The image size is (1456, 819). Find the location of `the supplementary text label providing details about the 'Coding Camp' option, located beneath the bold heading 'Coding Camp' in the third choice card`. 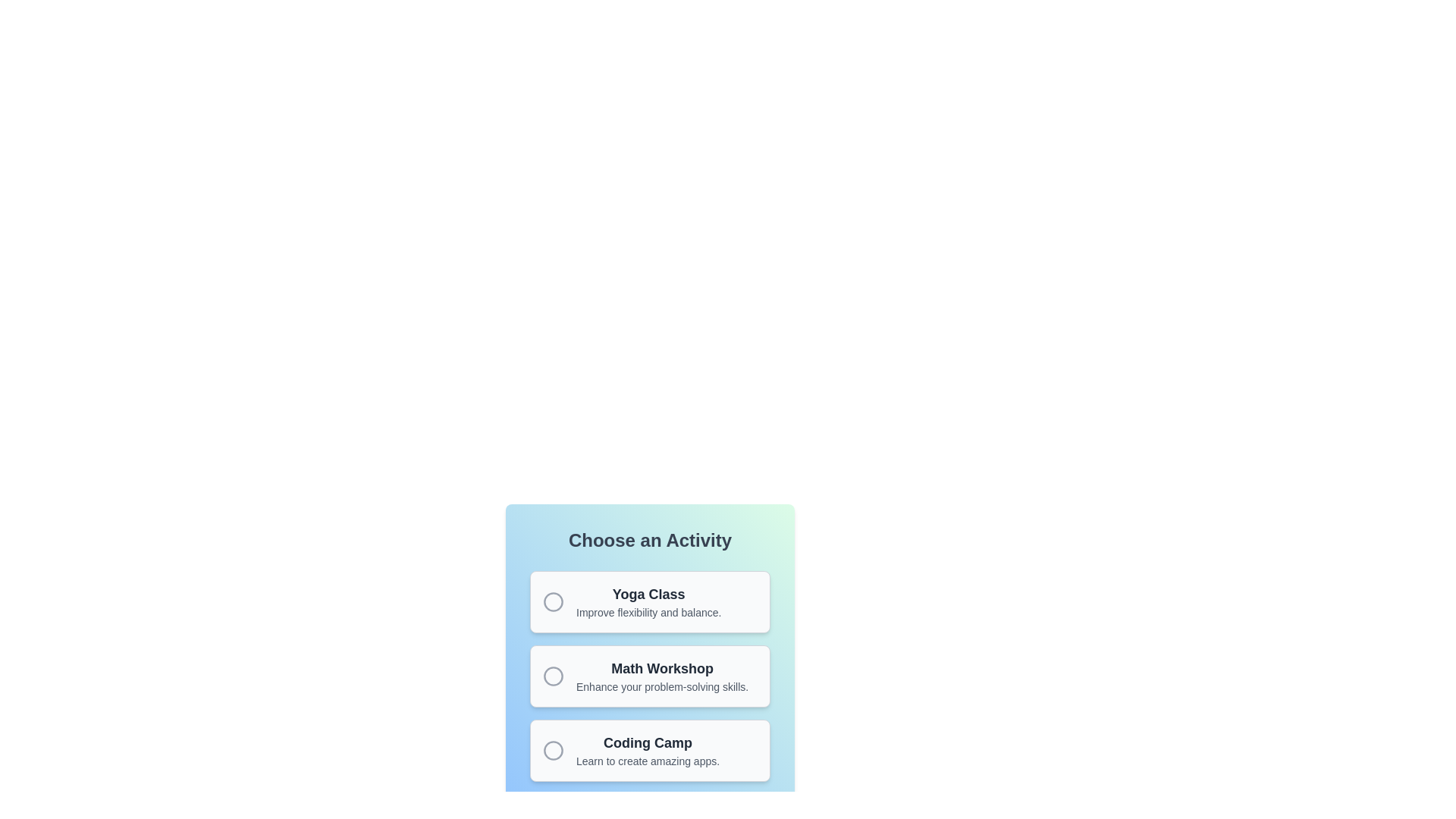

the supplementary text label providing details about the 'Coding Camp' option, located beneath the bold heading 'Coding Camp' in the third choice card is located at coordinates (648, 761).